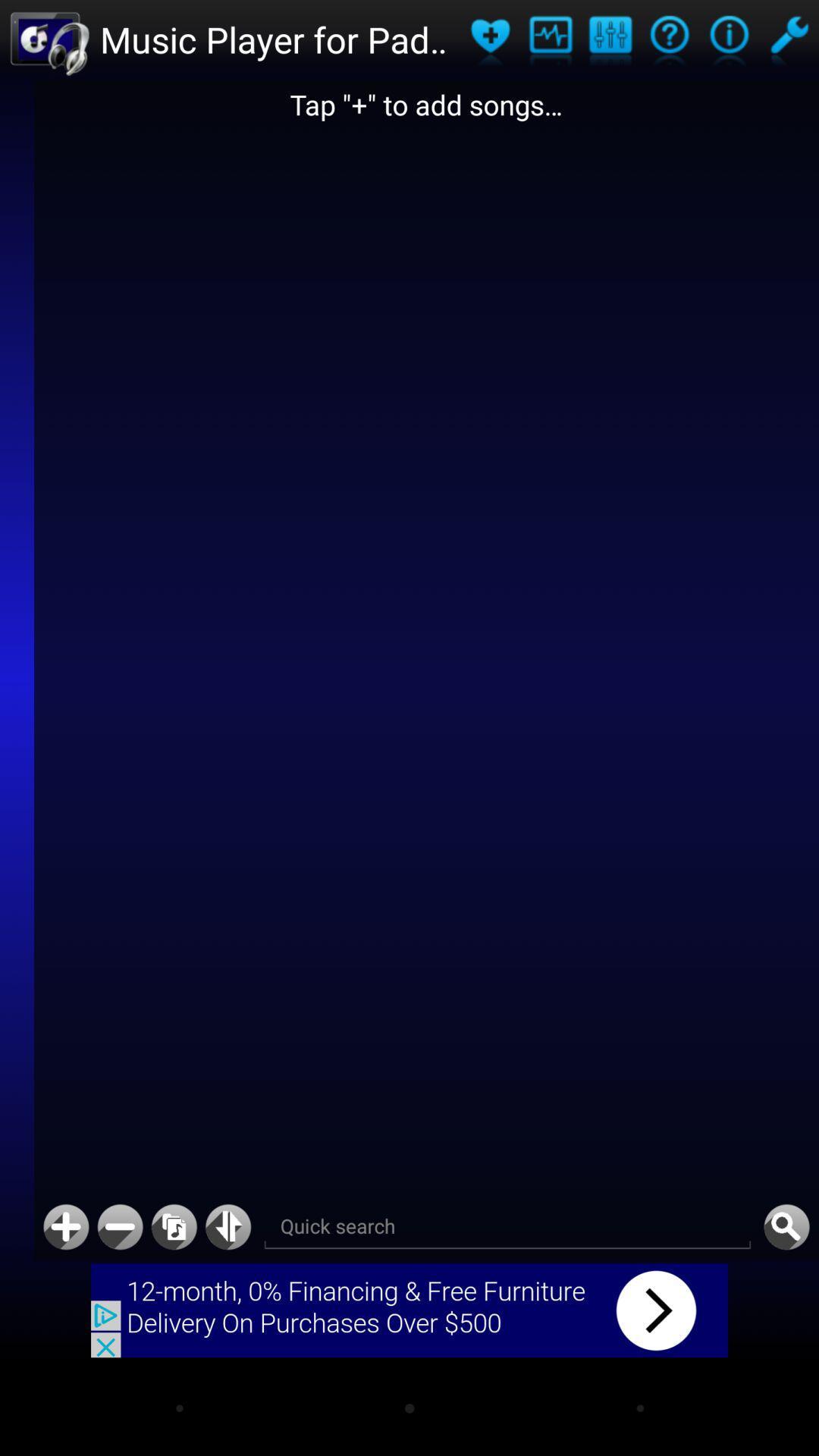 The image size is (819, 1456). What do you see at coordinates (119, 1312) in the screenshot?
I see `the minus icon` at bounding box center [119, 1312].